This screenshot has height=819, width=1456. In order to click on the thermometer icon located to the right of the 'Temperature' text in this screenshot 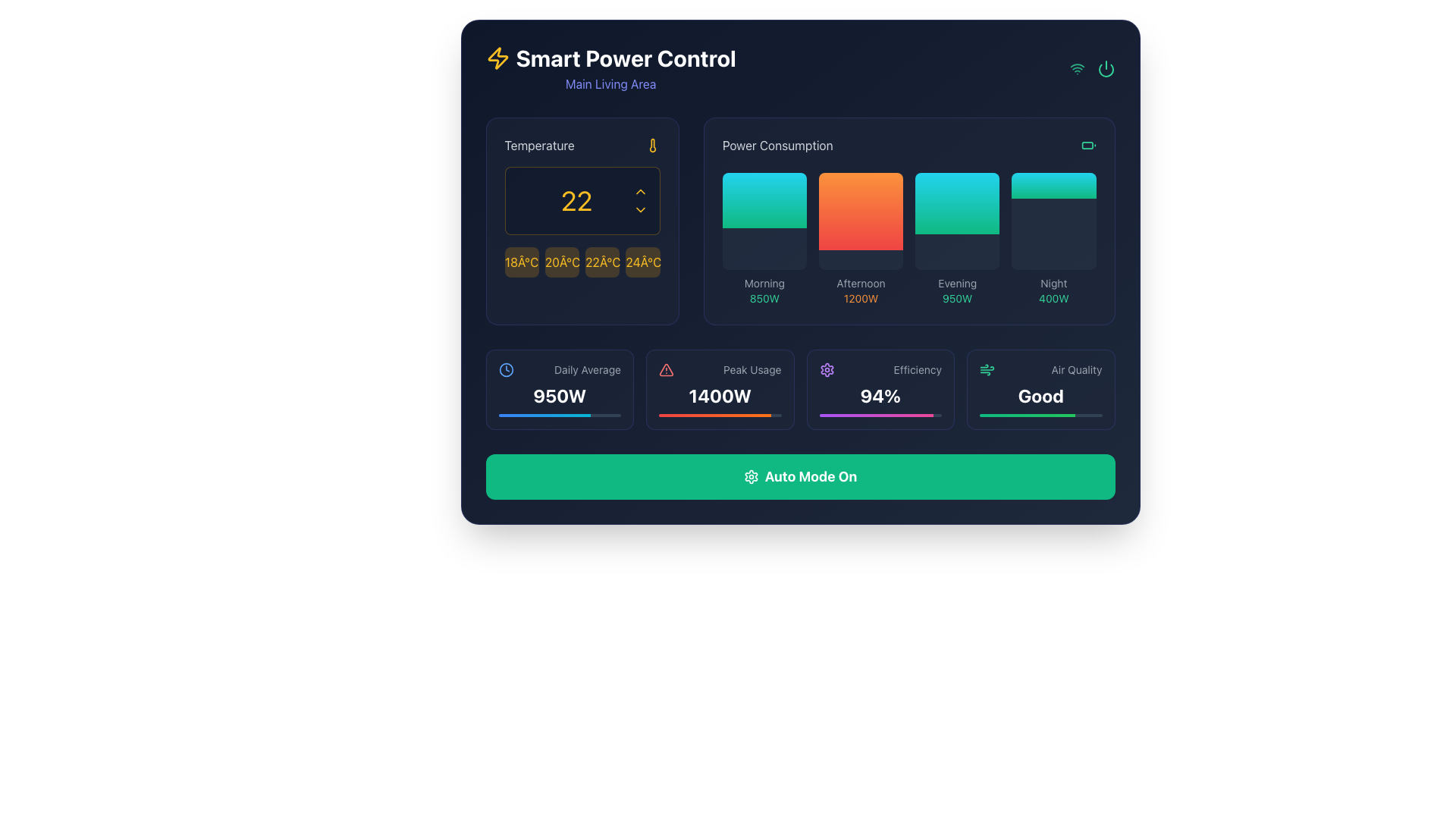, I will do `click(652, 146)`.